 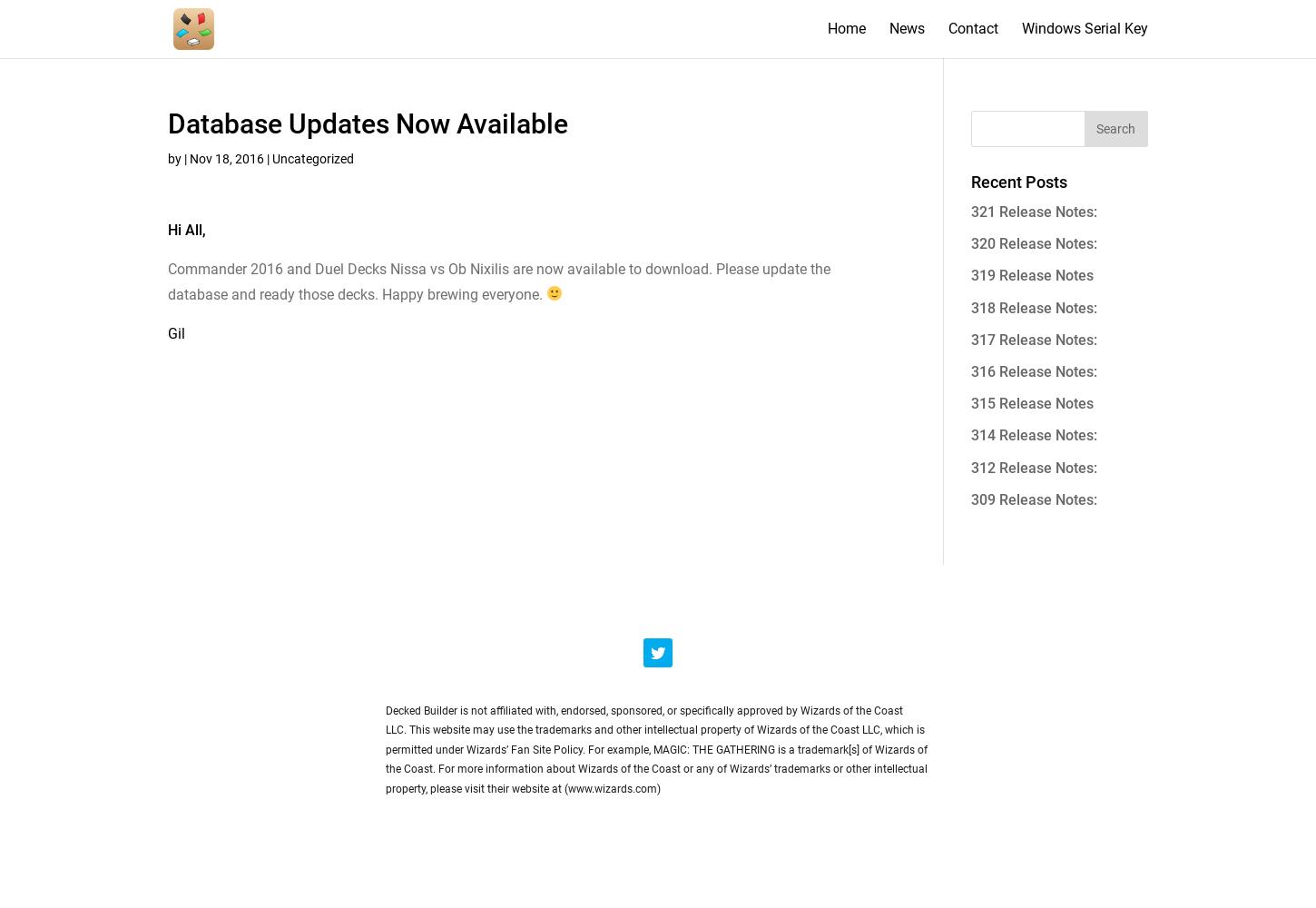 I want to click on '316 Release Notes:', so click(x=1032, y=370).